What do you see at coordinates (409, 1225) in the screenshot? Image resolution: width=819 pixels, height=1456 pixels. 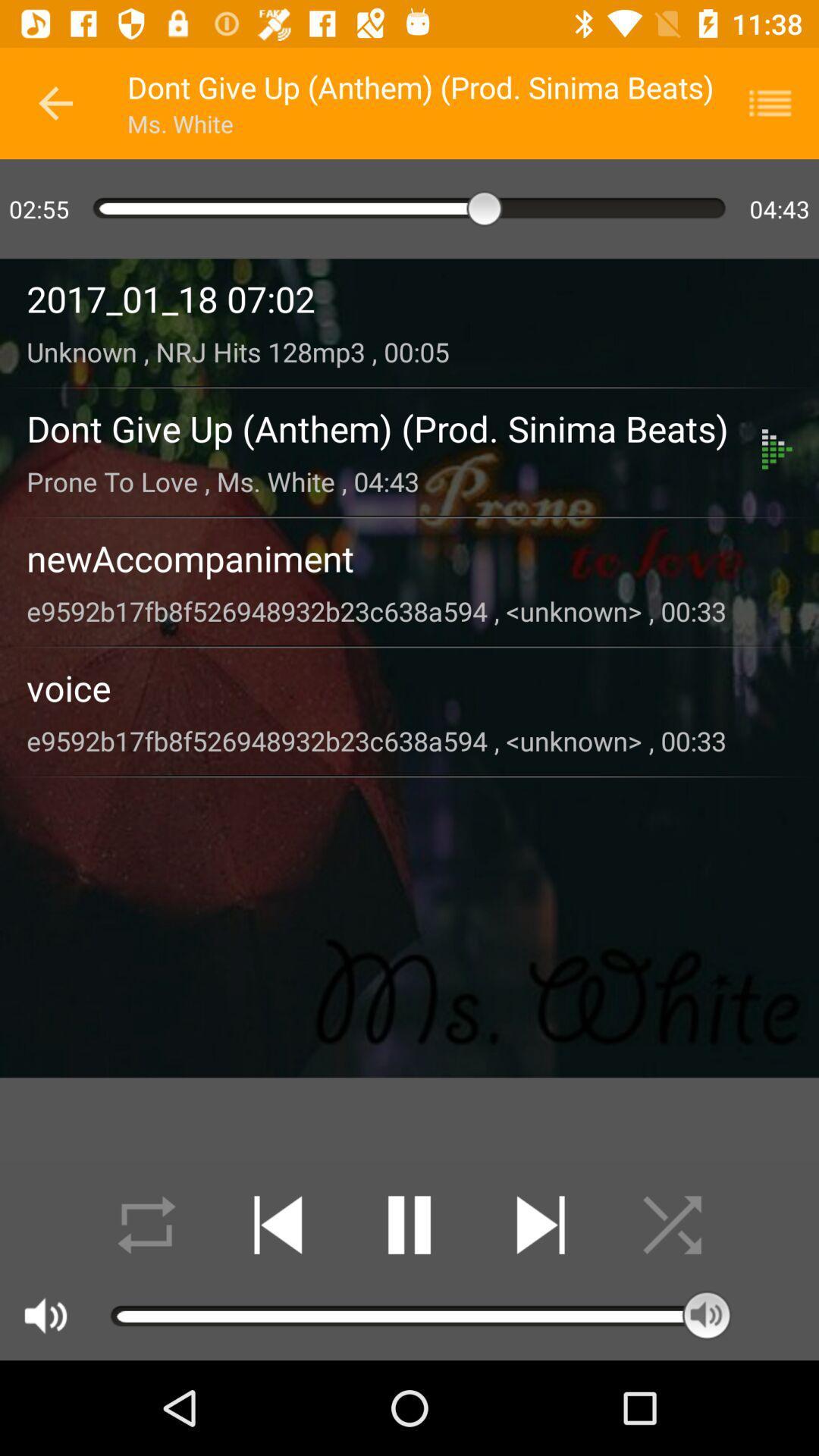 I see `the pause icon` at bounding box center [409, 1225].